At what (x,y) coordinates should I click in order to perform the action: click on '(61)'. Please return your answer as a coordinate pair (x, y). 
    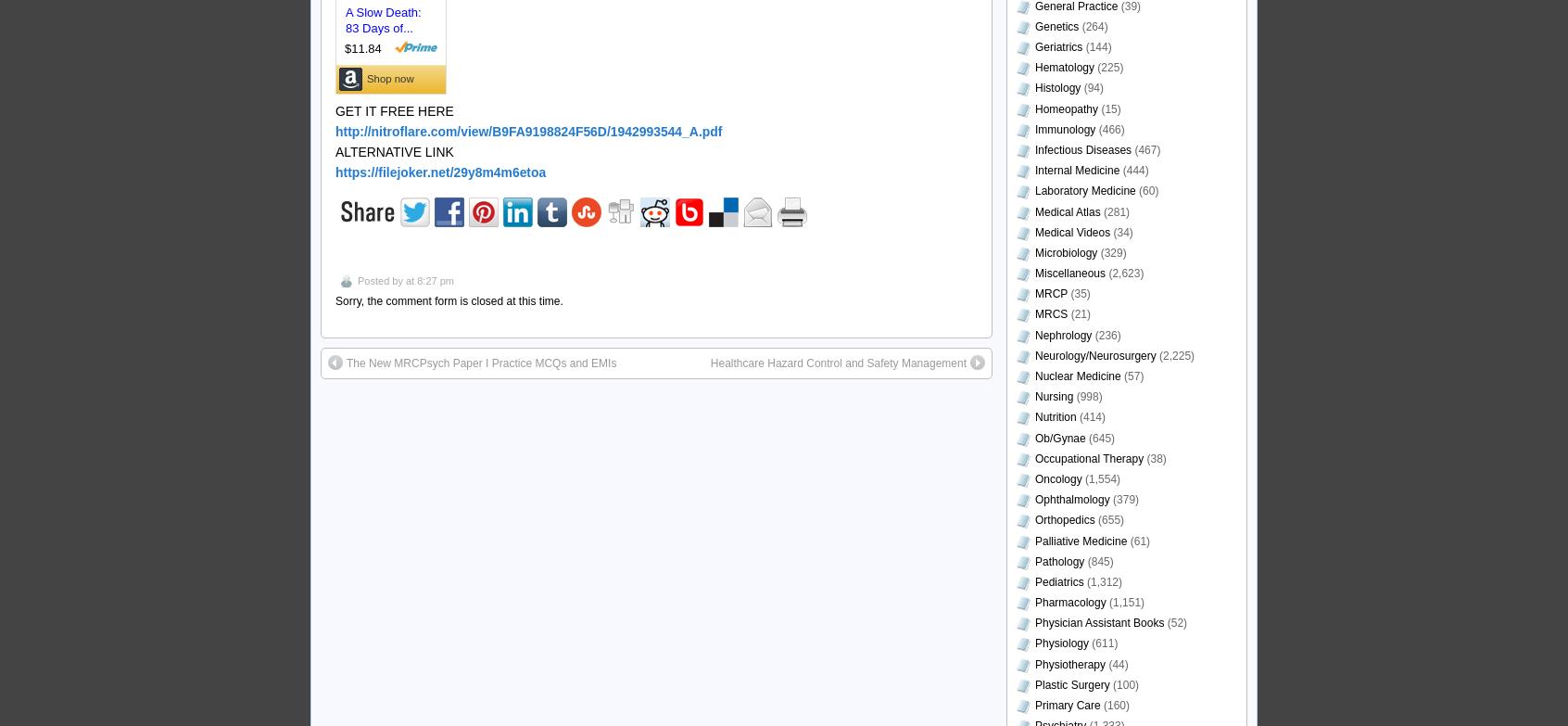
    Looking at the image, I should click on (1138, 540).